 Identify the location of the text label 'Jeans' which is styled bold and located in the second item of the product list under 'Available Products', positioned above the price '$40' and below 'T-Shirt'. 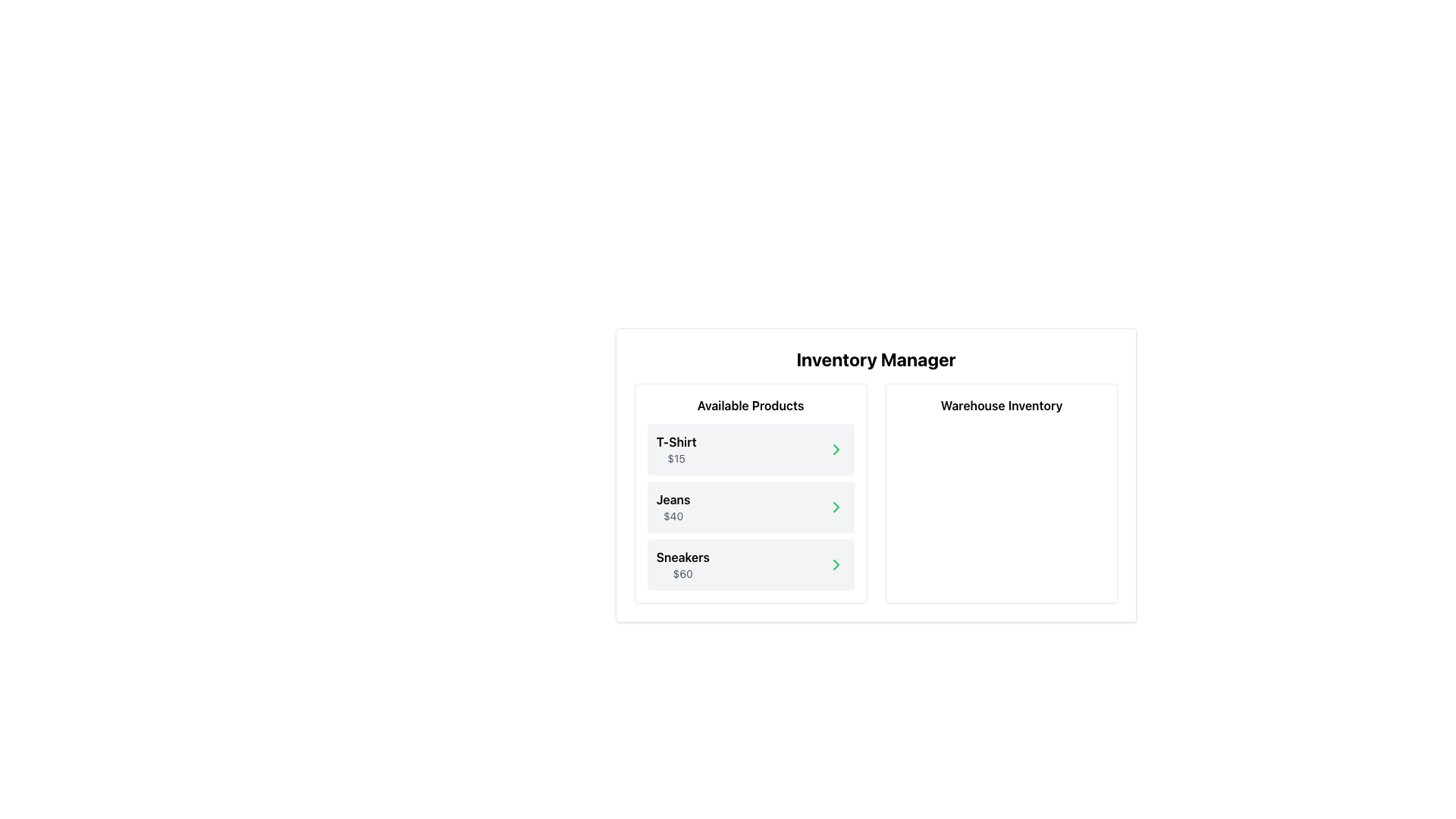
(673, 500).